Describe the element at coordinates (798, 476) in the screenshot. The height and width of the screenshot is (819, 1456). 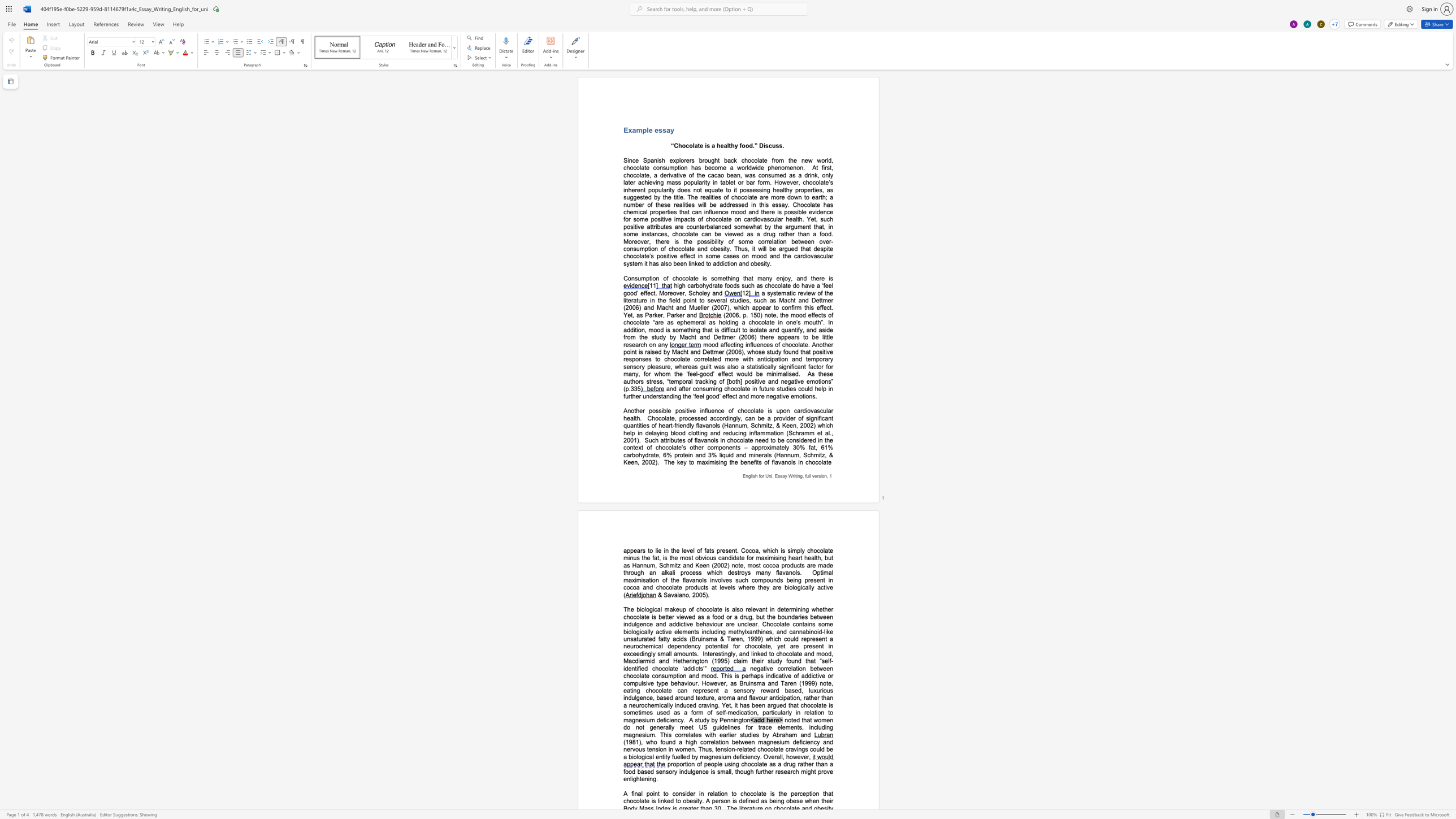
I see `the space between the continuous character "i" and "n" in the text` at that location.